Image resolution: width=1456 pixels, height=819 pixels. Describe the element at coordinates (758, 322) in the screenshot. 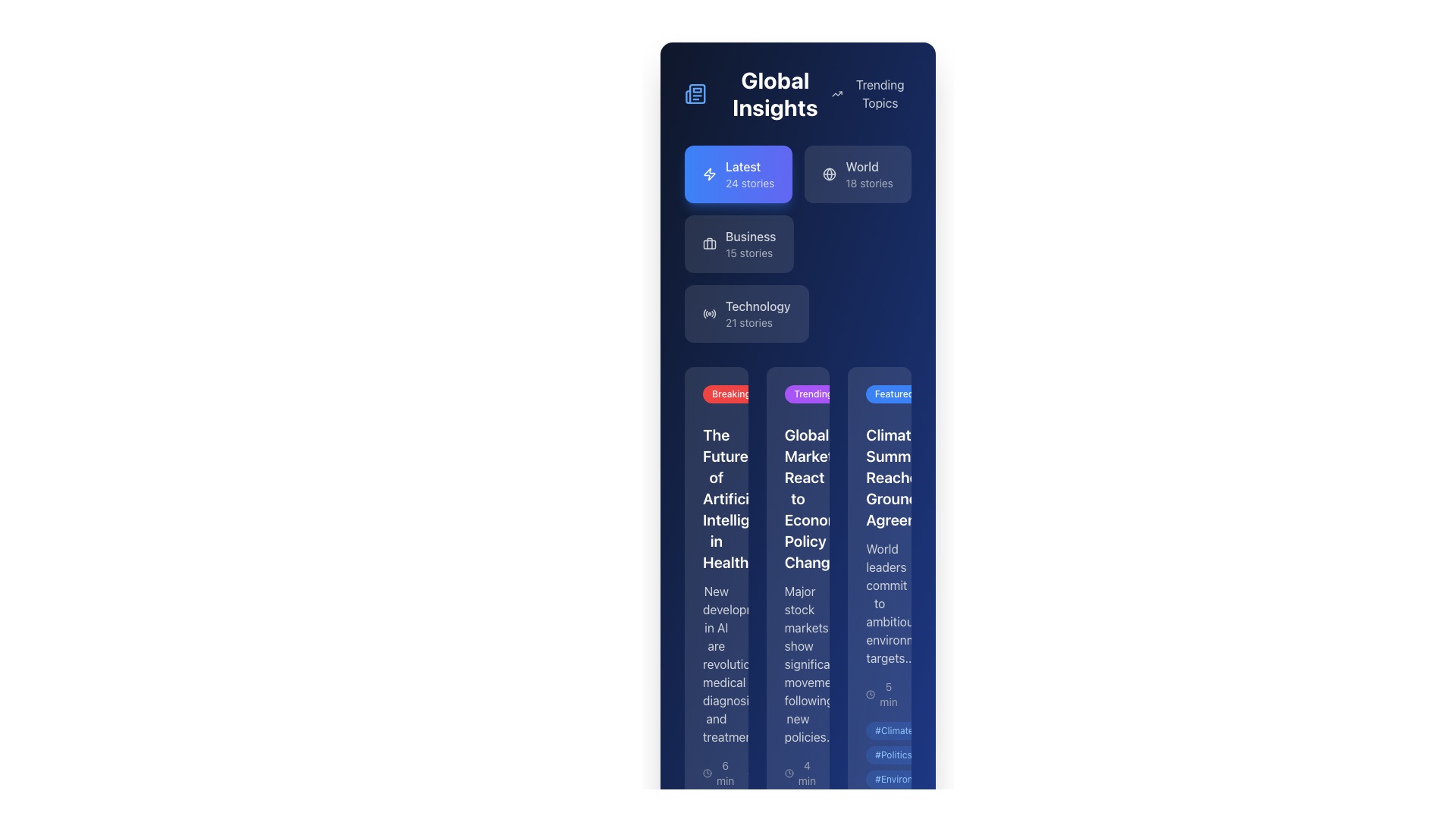

I see `static text label indicating the number of stories available in the 'Technology' category, located directly beneath the 'Technology' label in the sidebar` at that location.